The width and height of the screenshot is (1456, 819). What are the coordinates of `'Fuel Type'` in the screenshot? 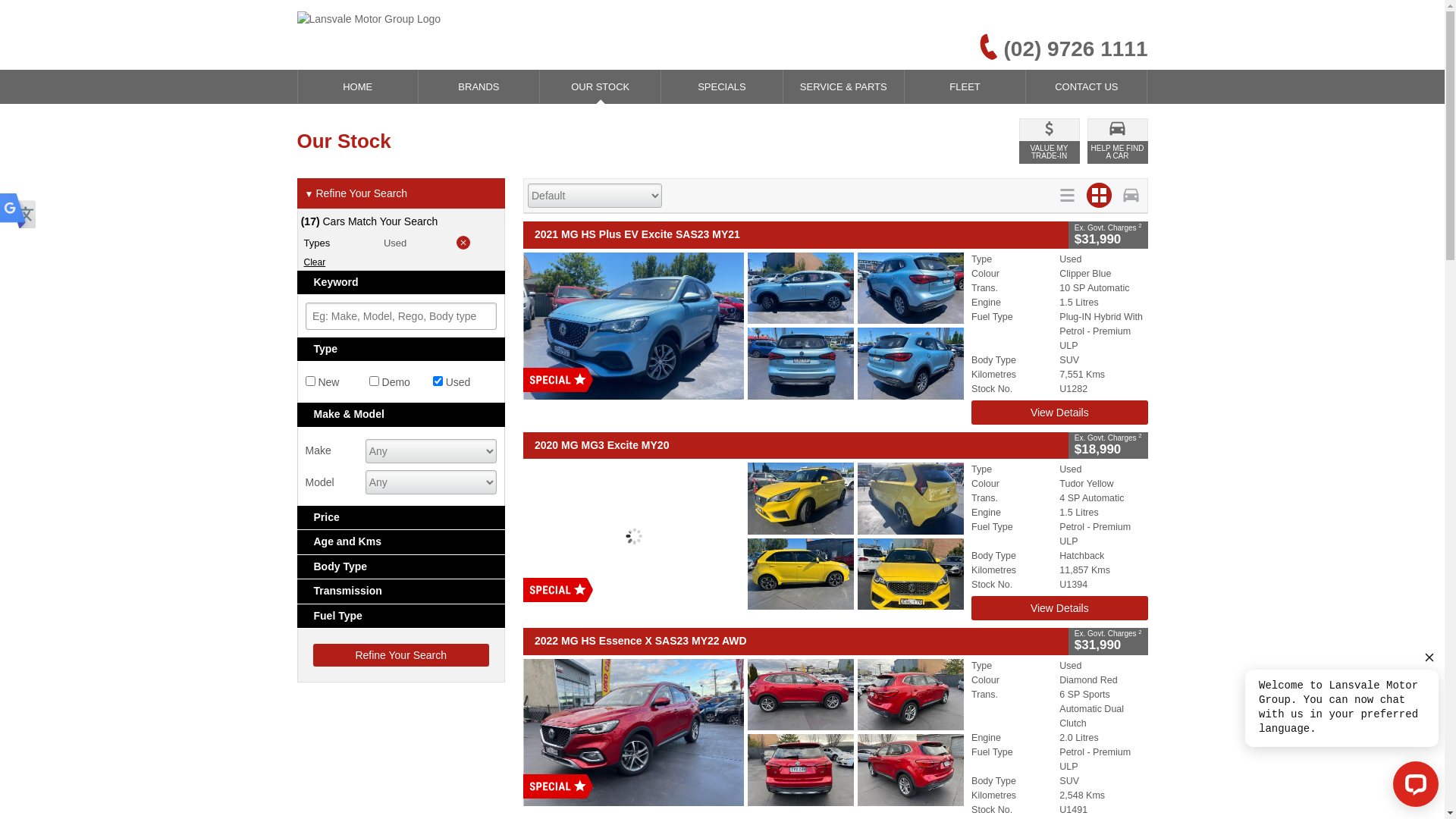 It's located at (297, 616).